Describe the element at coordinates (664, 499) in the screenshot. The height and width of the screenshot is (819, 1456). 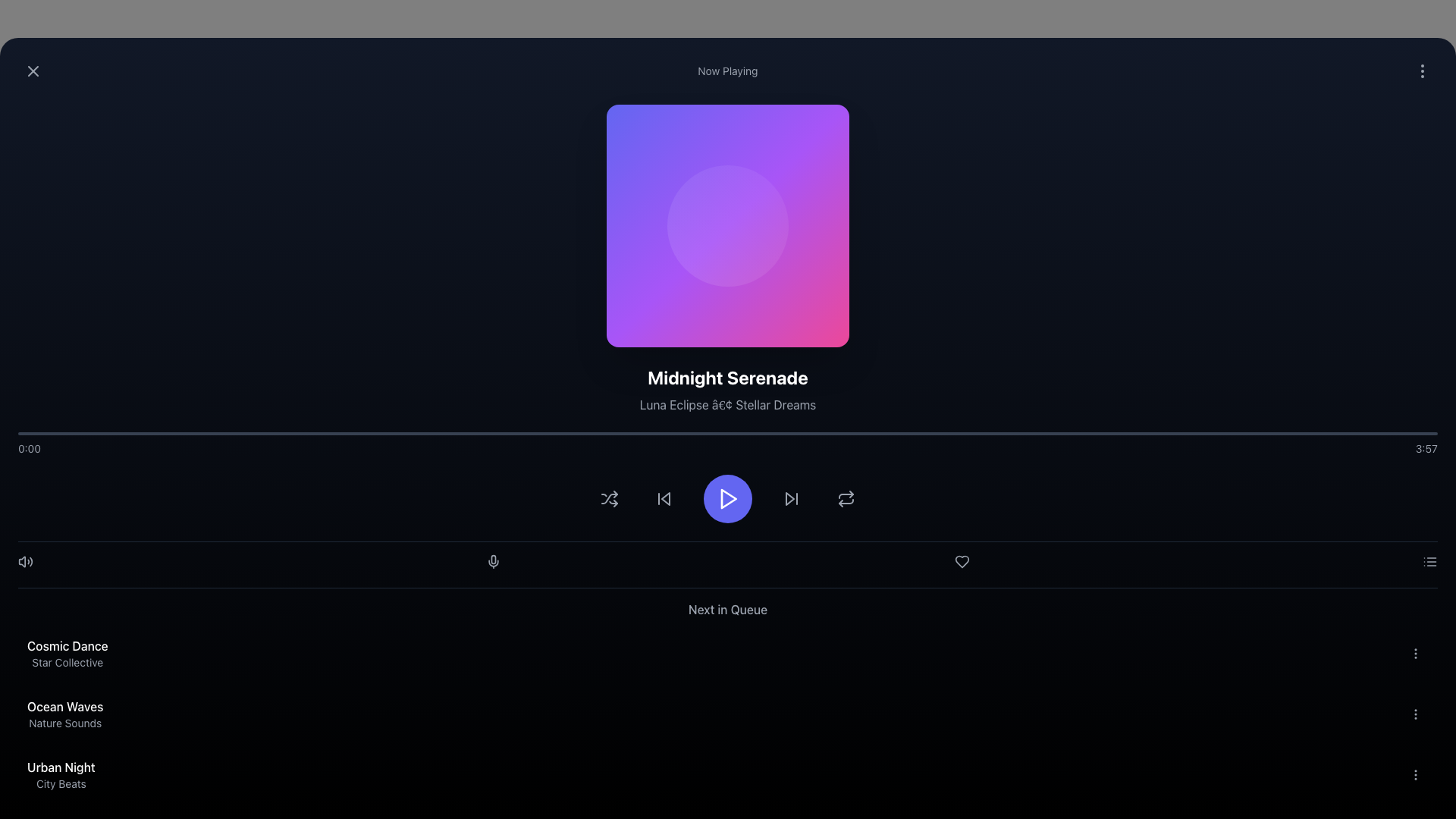
I see `the square-shaped button with rounded edges that contains a backward skip symbol` at that location.